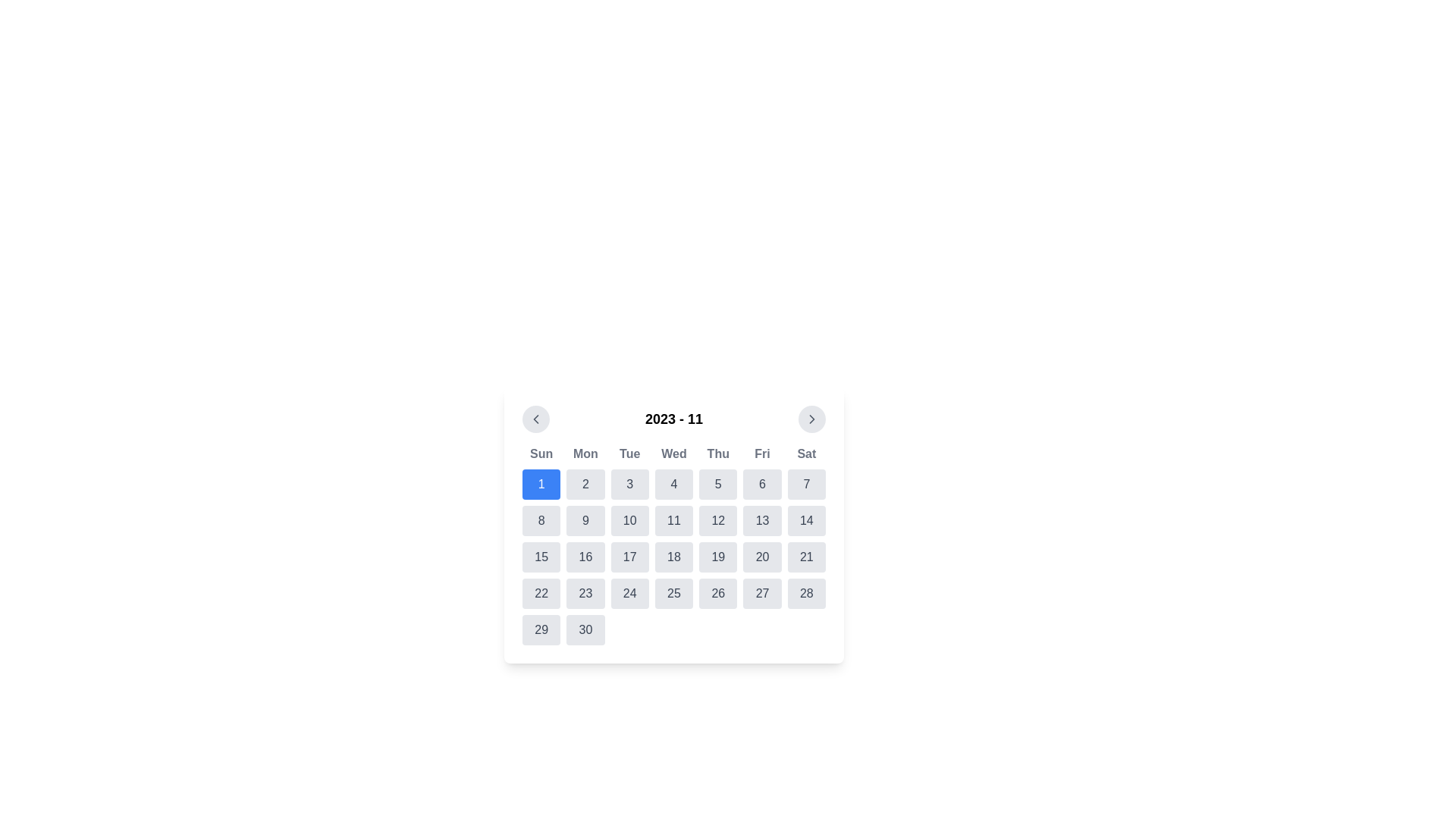 The image size is (1456, 819). Describe the element at coordinates (762, 593) in the screenshot. I see `the square button with a gray background and the number '27' centered in dark gray text, located in the sixth row and sixth column of the grid layout` at that location.